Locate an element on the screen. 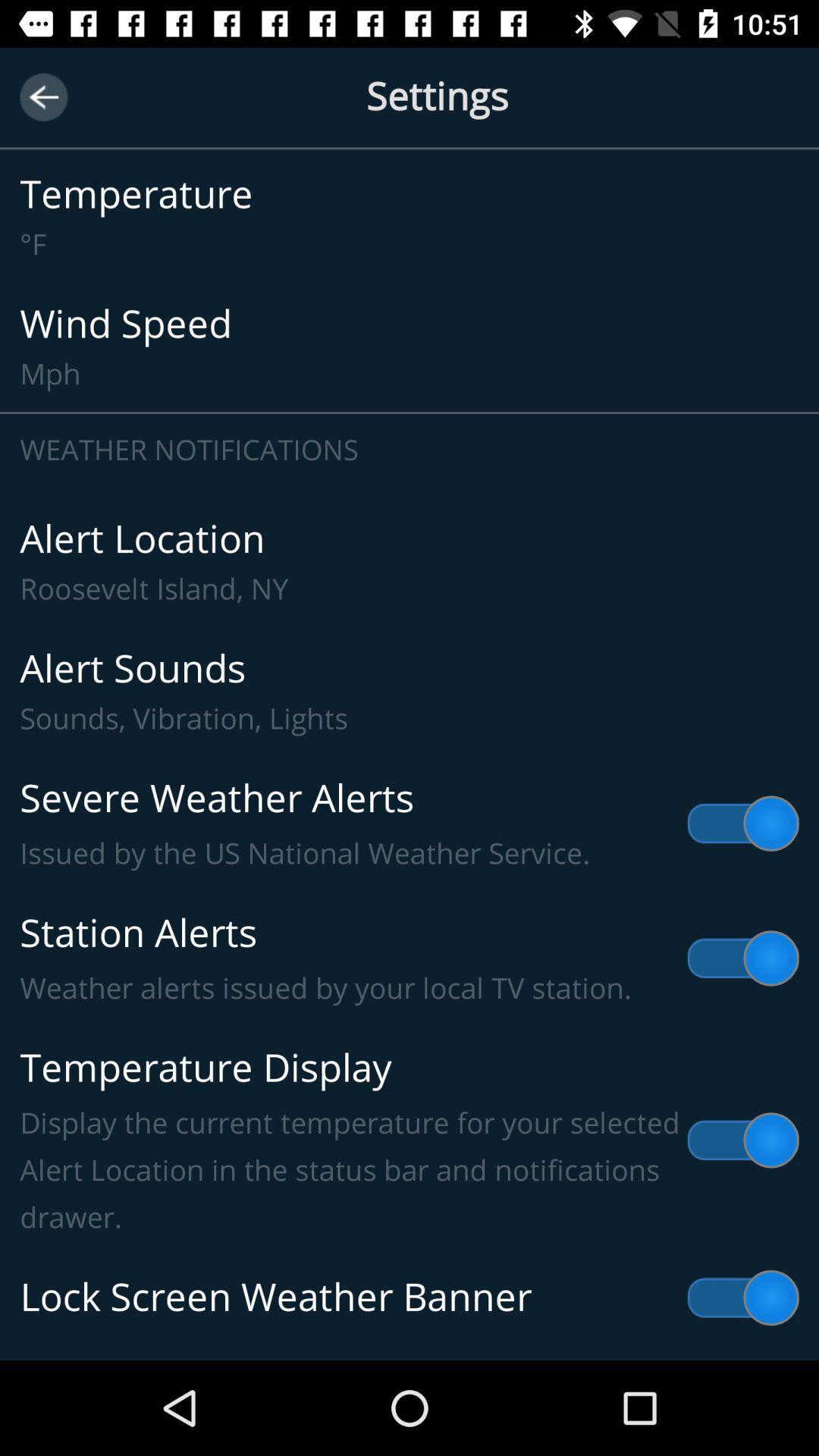 Image resolution: width=819 pixels, height=1456 pixels. the arrow_backward icon is located at coordinates (42, 96).